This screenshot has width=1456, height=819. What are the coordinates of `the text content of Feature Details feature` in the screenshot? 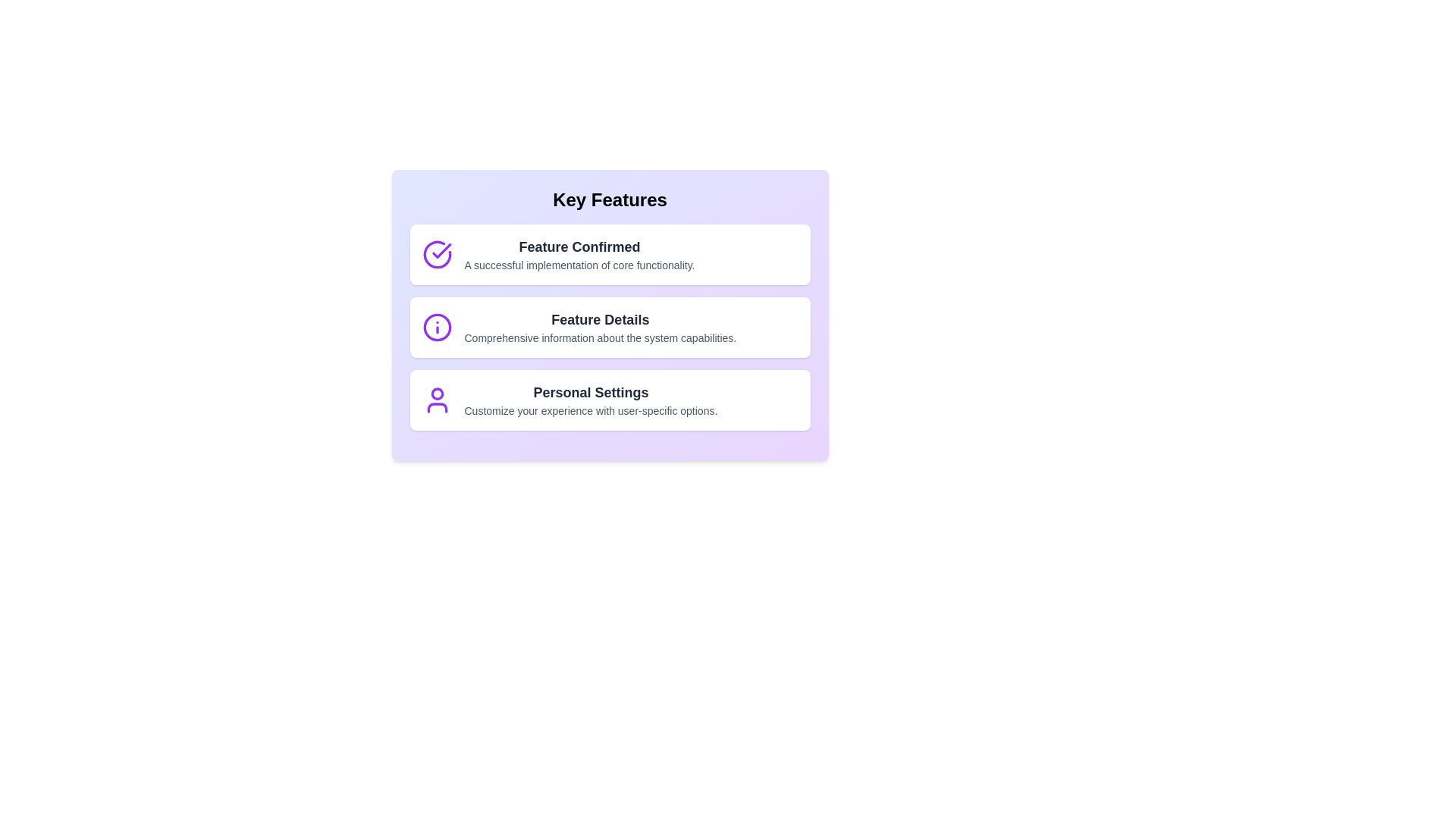 It's located at (610, 327).